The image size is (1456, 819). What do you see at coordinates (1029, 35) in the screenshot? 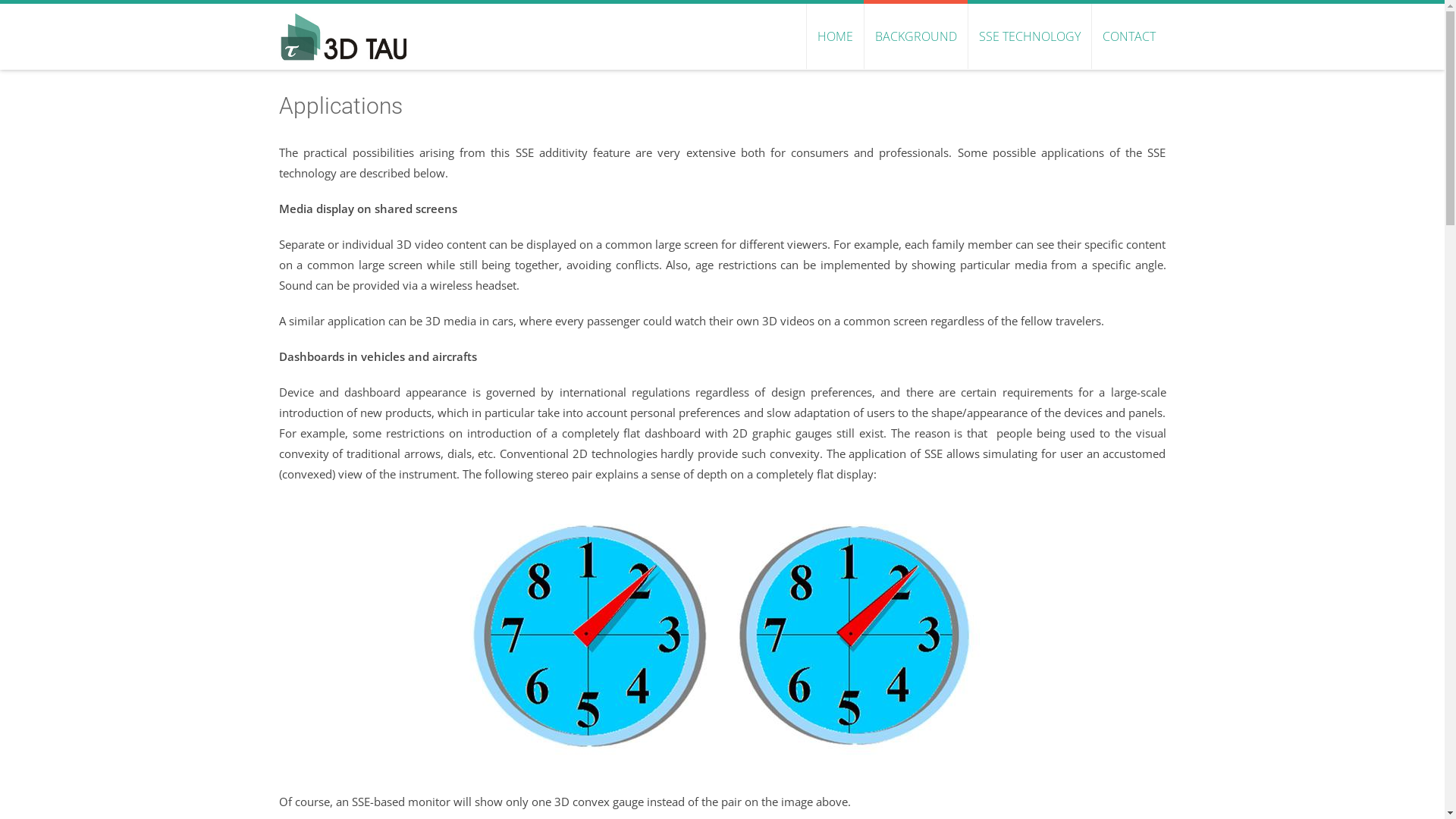
I see `'SSE TECHNOLOGY'` at bounding box center [1029, 35].